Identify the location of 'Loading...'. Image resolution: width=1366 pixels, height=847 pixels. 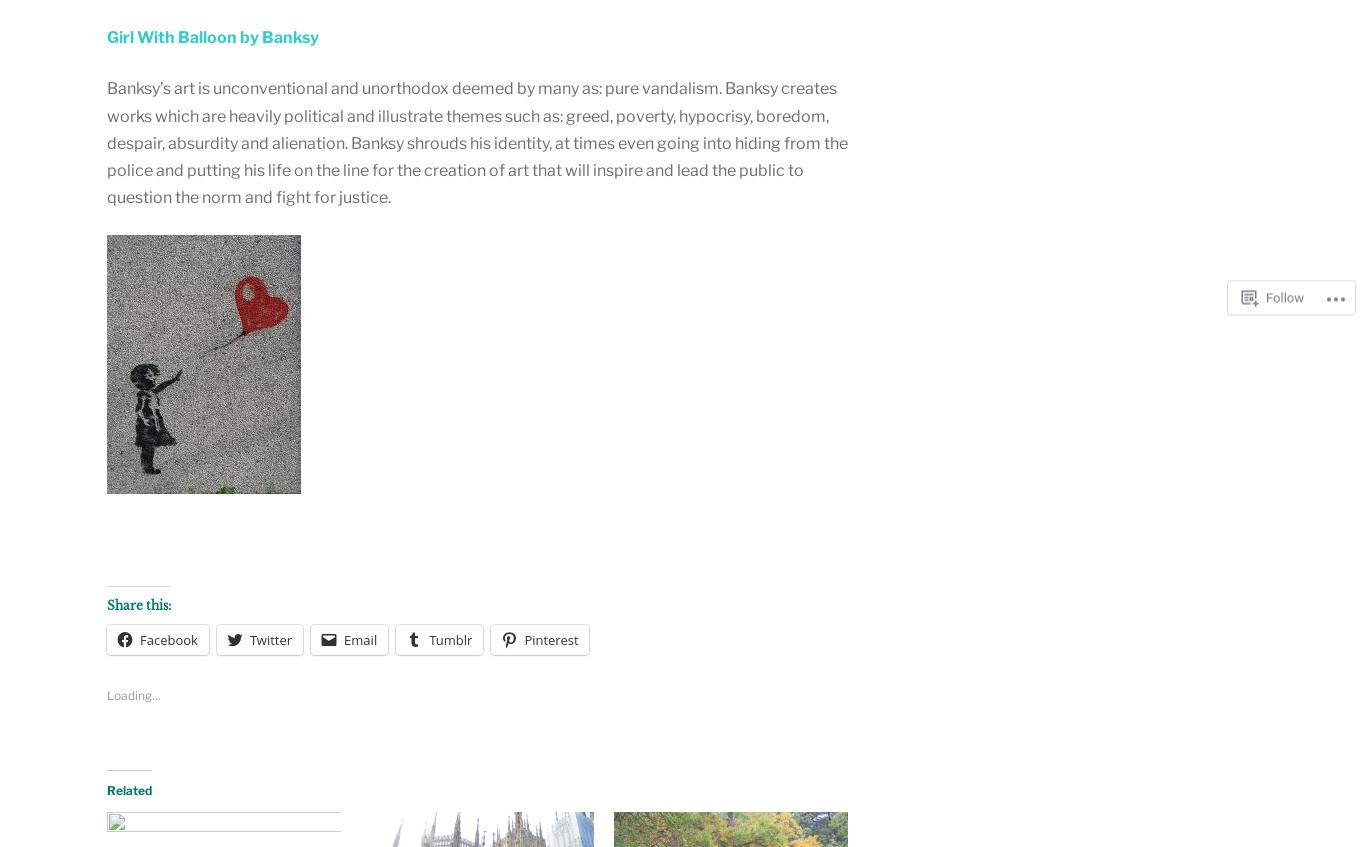
(133, 695).